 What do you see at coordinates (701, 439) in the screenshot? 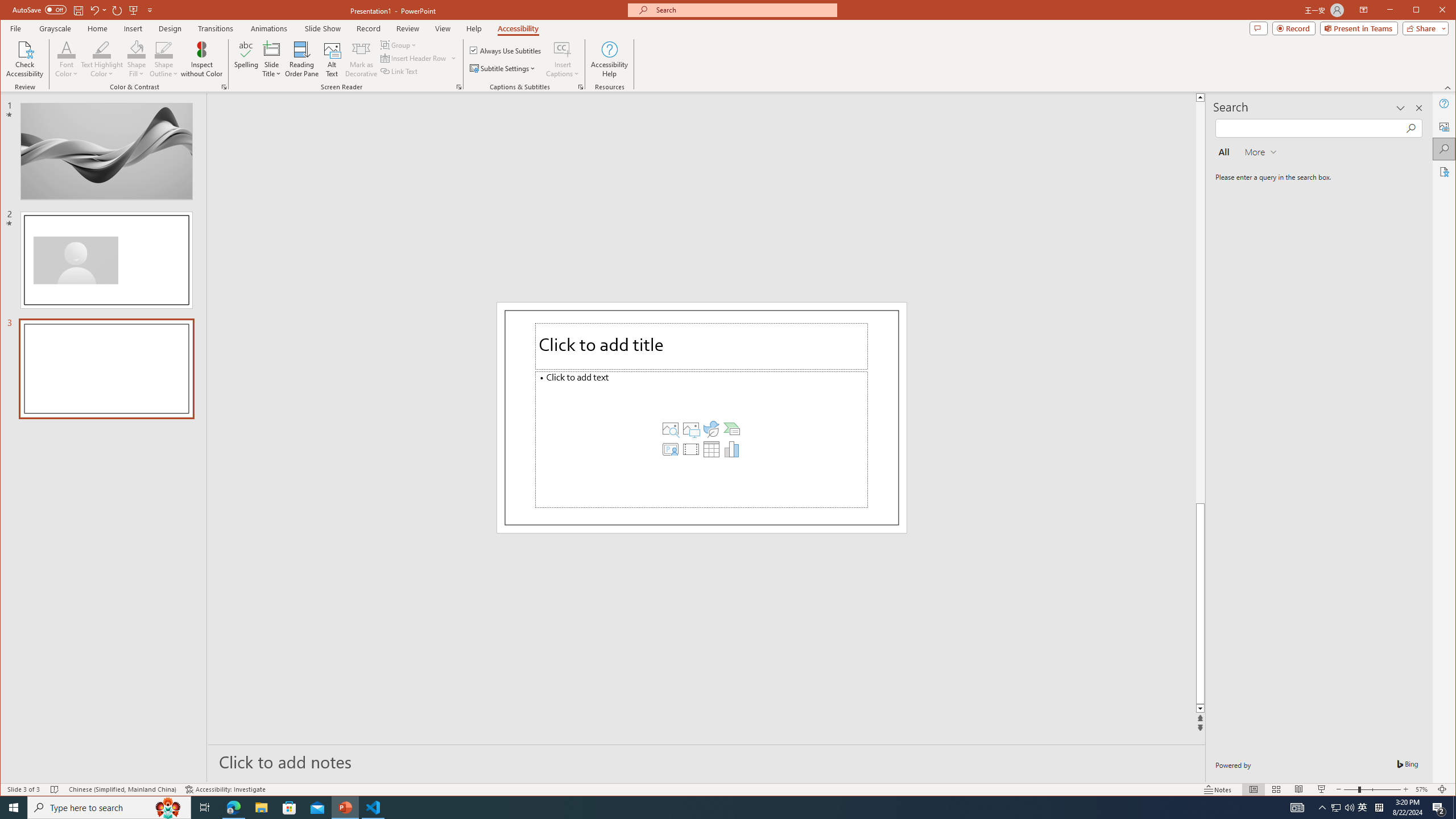
I see `'Content Placeholder'` at bounding box center [701, 439].